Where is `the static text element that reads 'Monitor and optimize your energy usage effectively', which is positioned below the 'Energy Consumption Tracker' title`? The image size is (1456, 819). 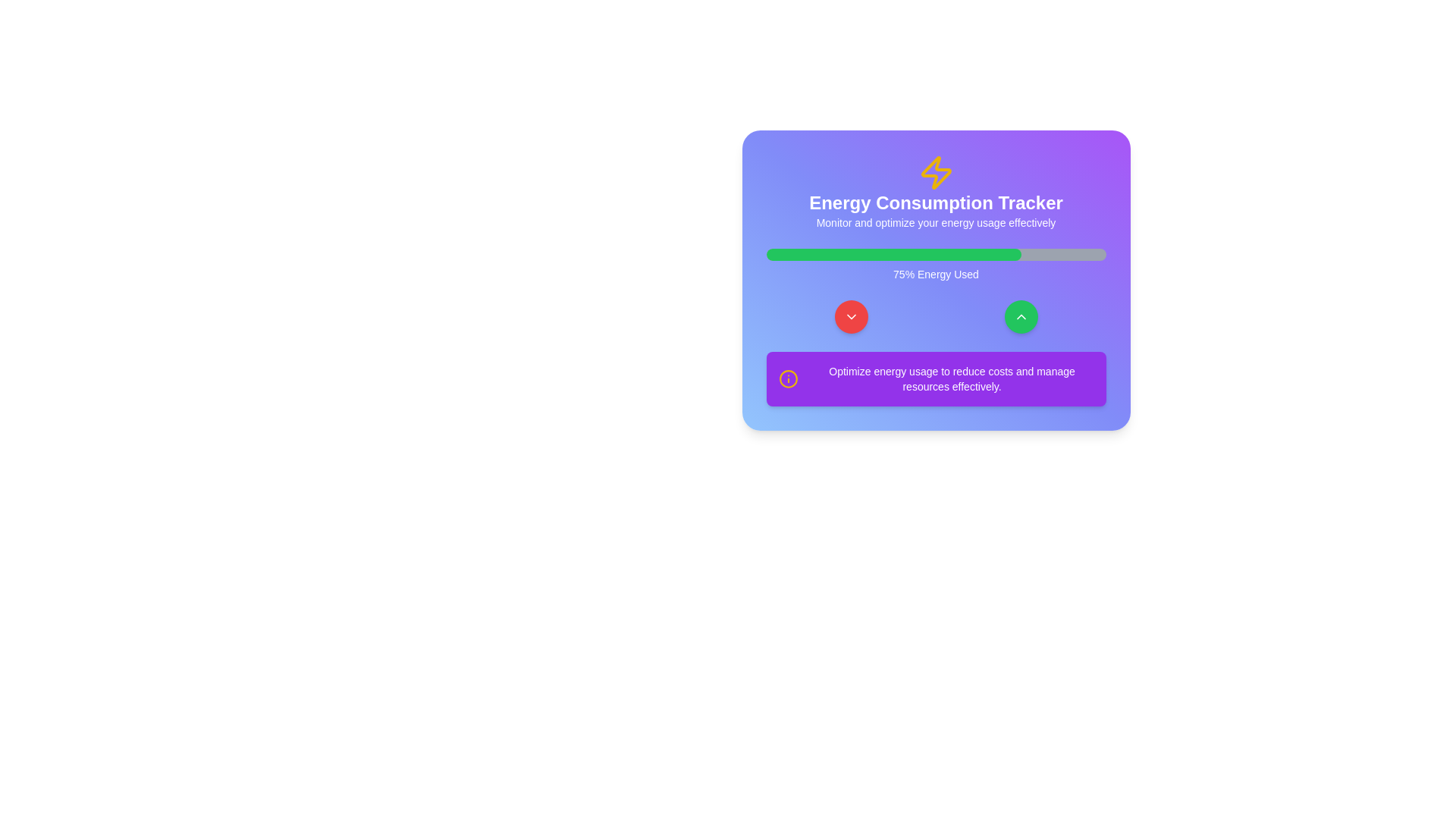 the static text element that reads 'Monitor and optimize your energy usage effectively', which is positioned below the 'Energy Consumption Tracker' title is located at coordinates (935, 222).